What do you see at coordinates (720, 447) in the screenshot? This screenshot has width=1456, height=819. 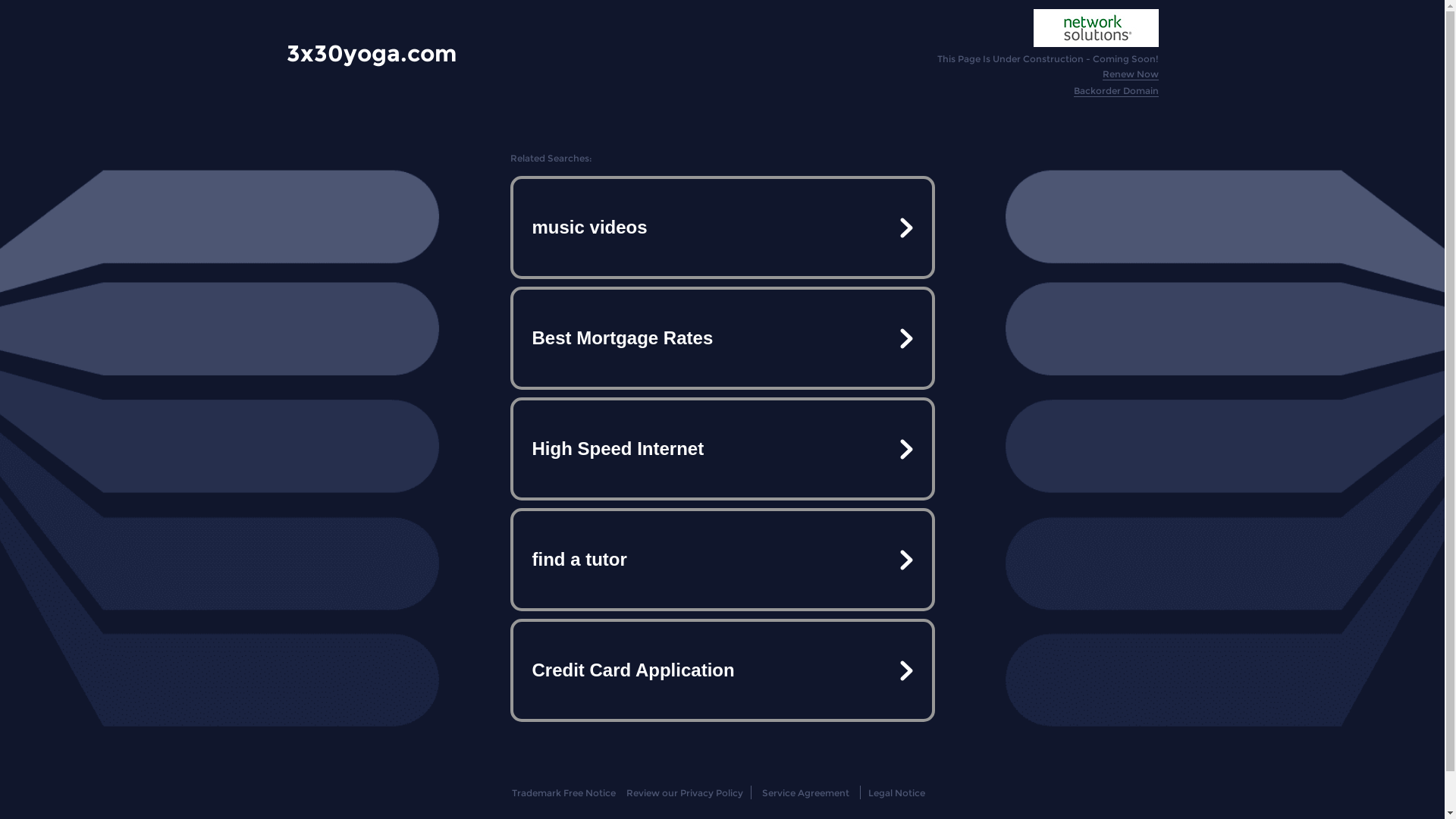 I see `'High Speed Internet'` at bounding box center [720, 447].